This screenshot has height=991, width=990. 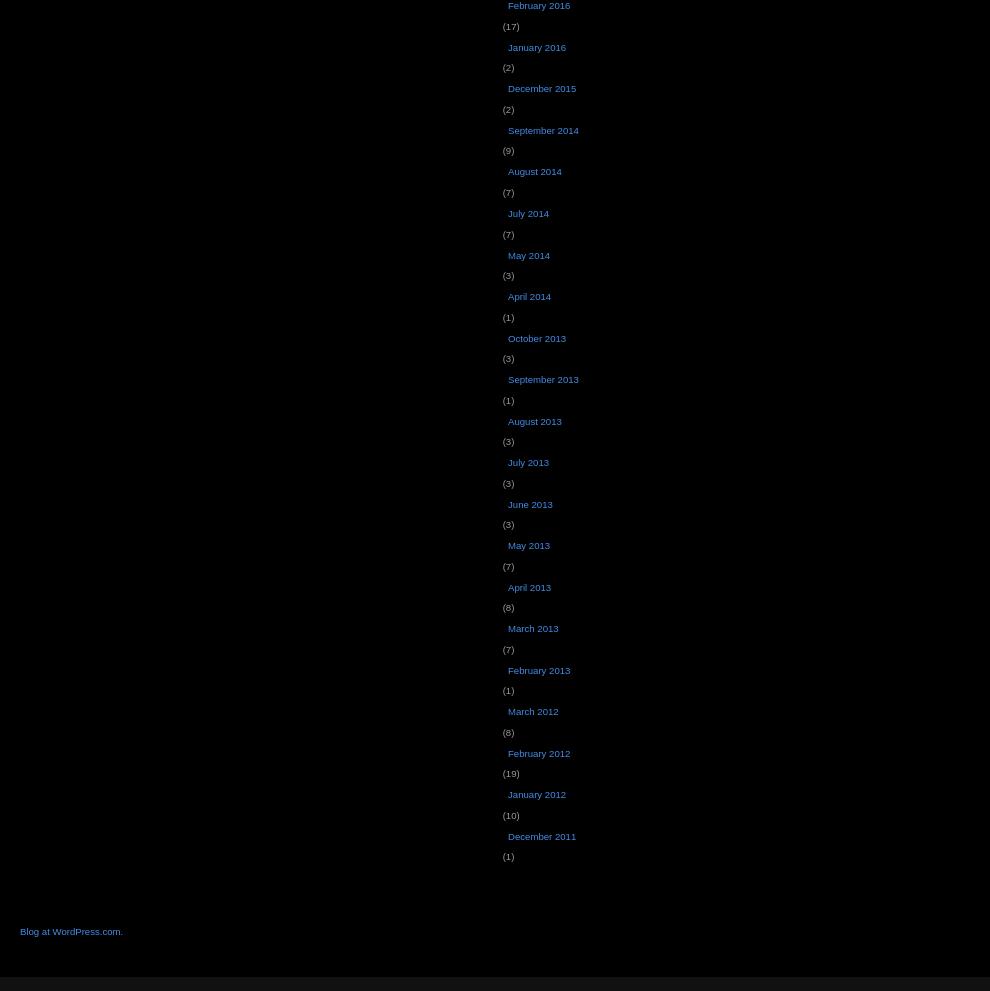 I want to click on '(10)', so click(x=508, y=813).